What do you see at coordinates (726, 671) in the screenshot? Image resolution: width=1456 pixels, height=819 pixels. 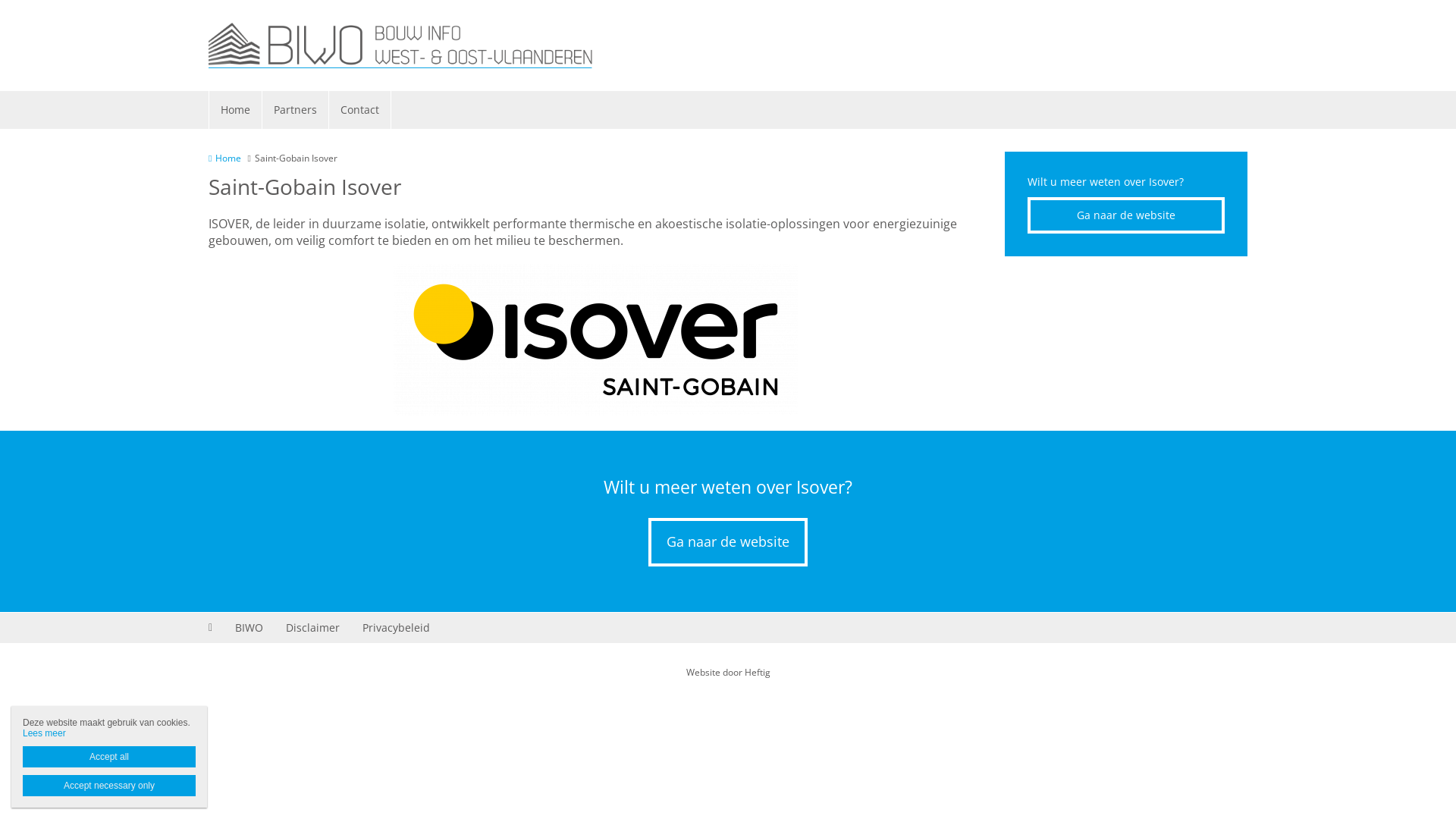 I see `'Website door Heftig'` at bounding box center [726, 671].